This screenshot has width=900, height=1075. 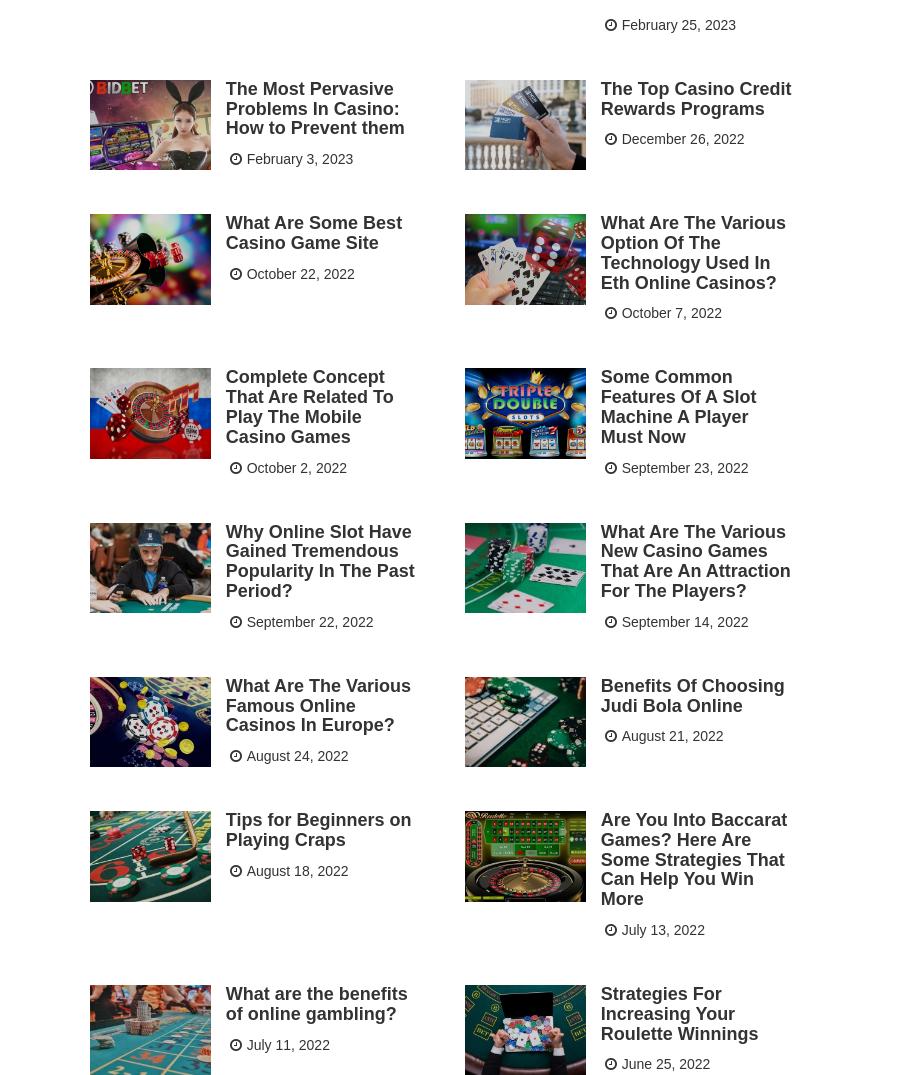 I want to click on 'September 22, 2022', so click(x=244, y=618).